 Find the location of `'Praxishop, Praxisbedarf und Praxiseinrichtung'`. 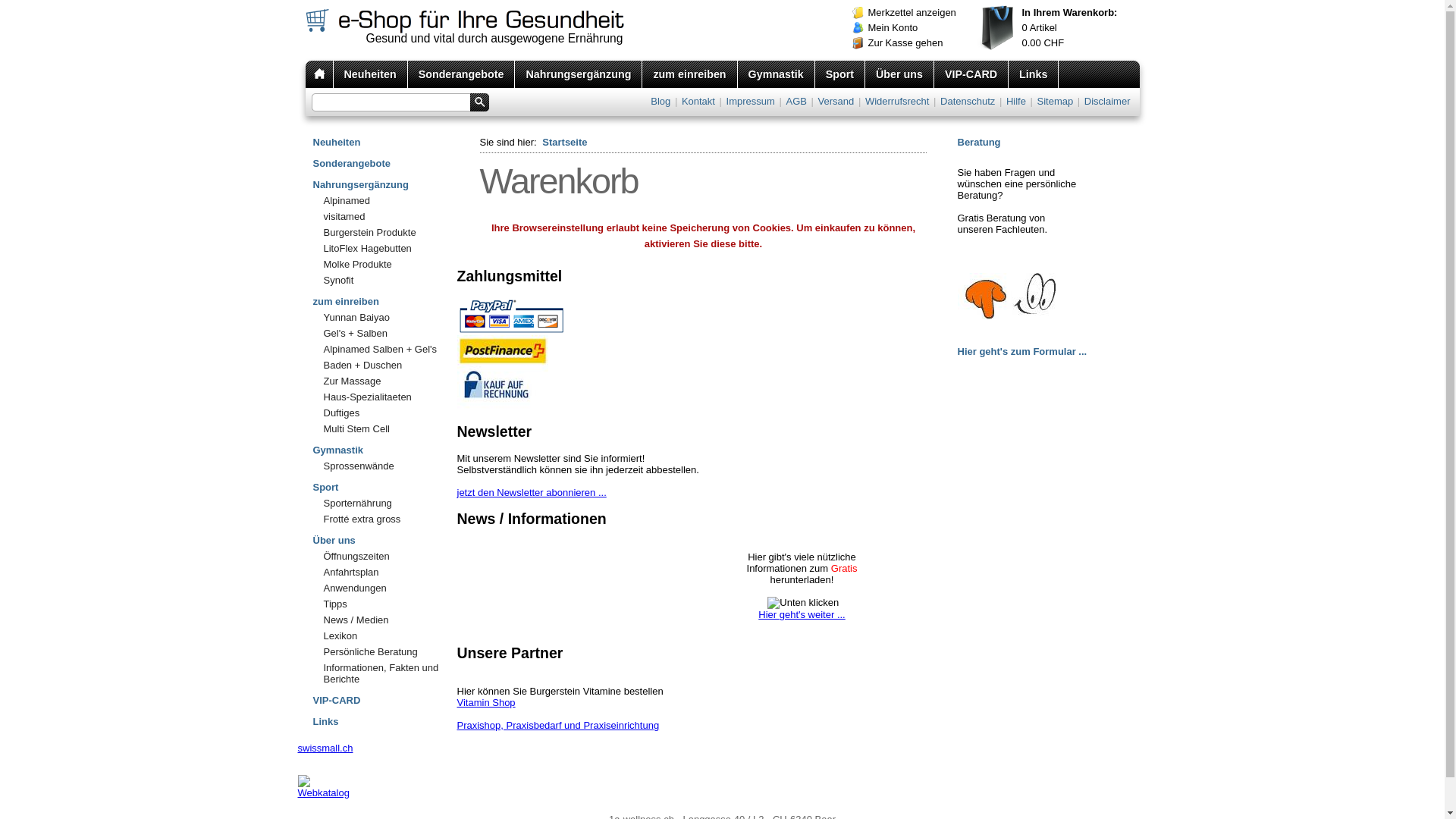

'Praxishop, Praxisbedarf und Praxiseinrichtung' is located at coordinates (557, 724).